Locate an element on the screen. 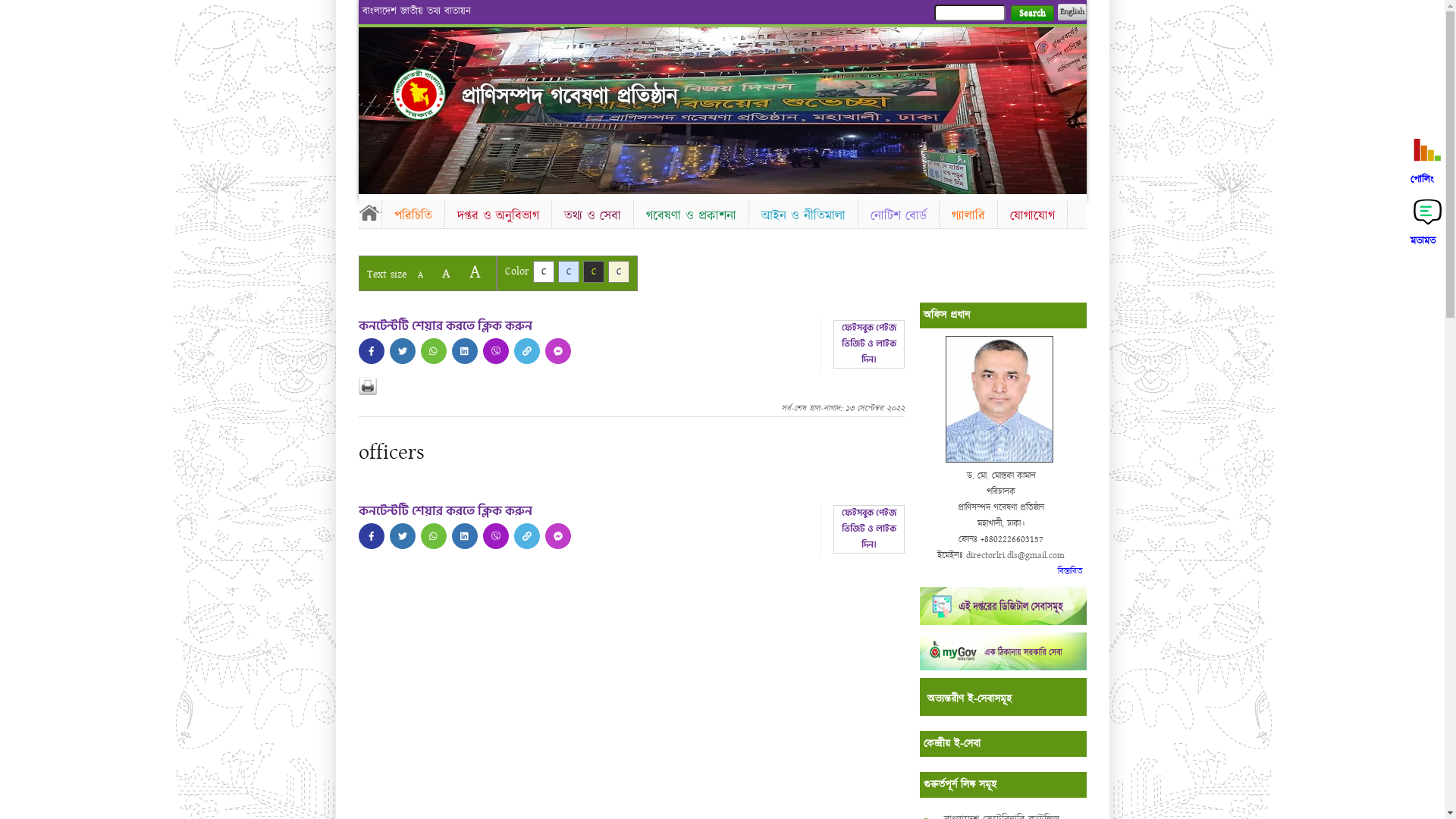  'C' is located at coordinates (592, 271).